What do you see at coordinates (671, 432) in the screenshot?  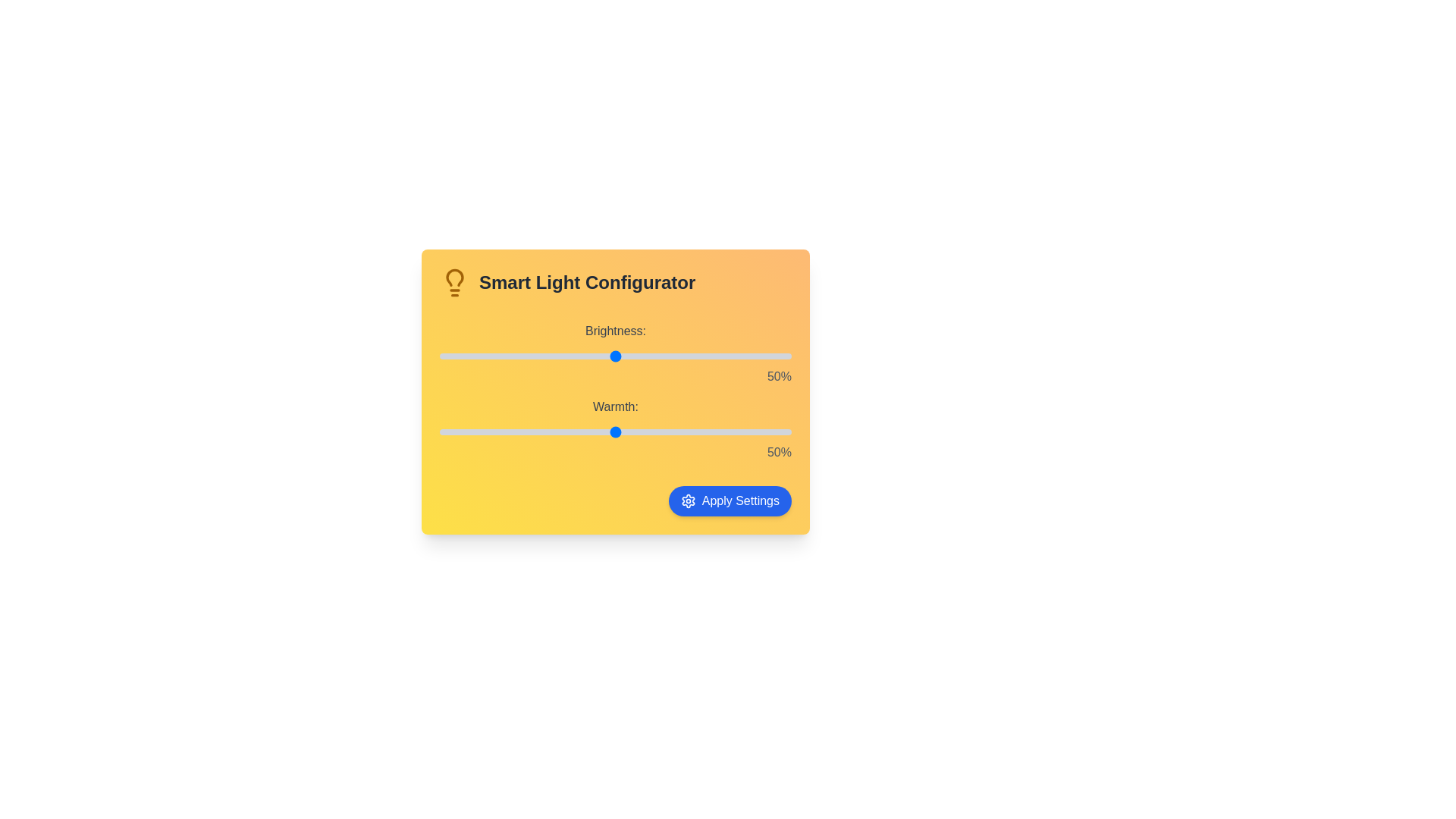 I see `the warmth level` at bounding box center [671, 432].